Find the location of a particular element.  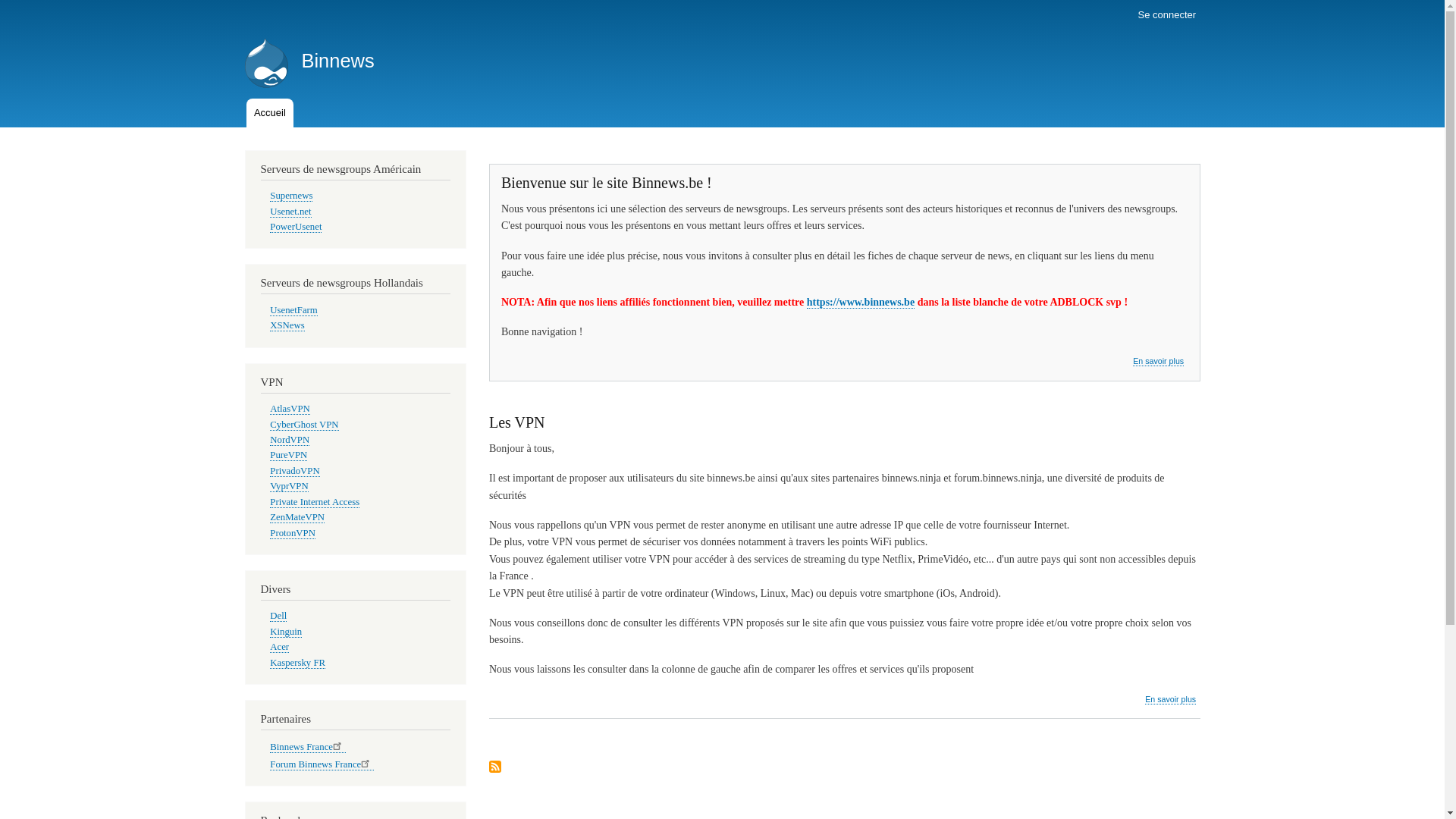

'En savoir plus is located at coordinates (1145, 699).